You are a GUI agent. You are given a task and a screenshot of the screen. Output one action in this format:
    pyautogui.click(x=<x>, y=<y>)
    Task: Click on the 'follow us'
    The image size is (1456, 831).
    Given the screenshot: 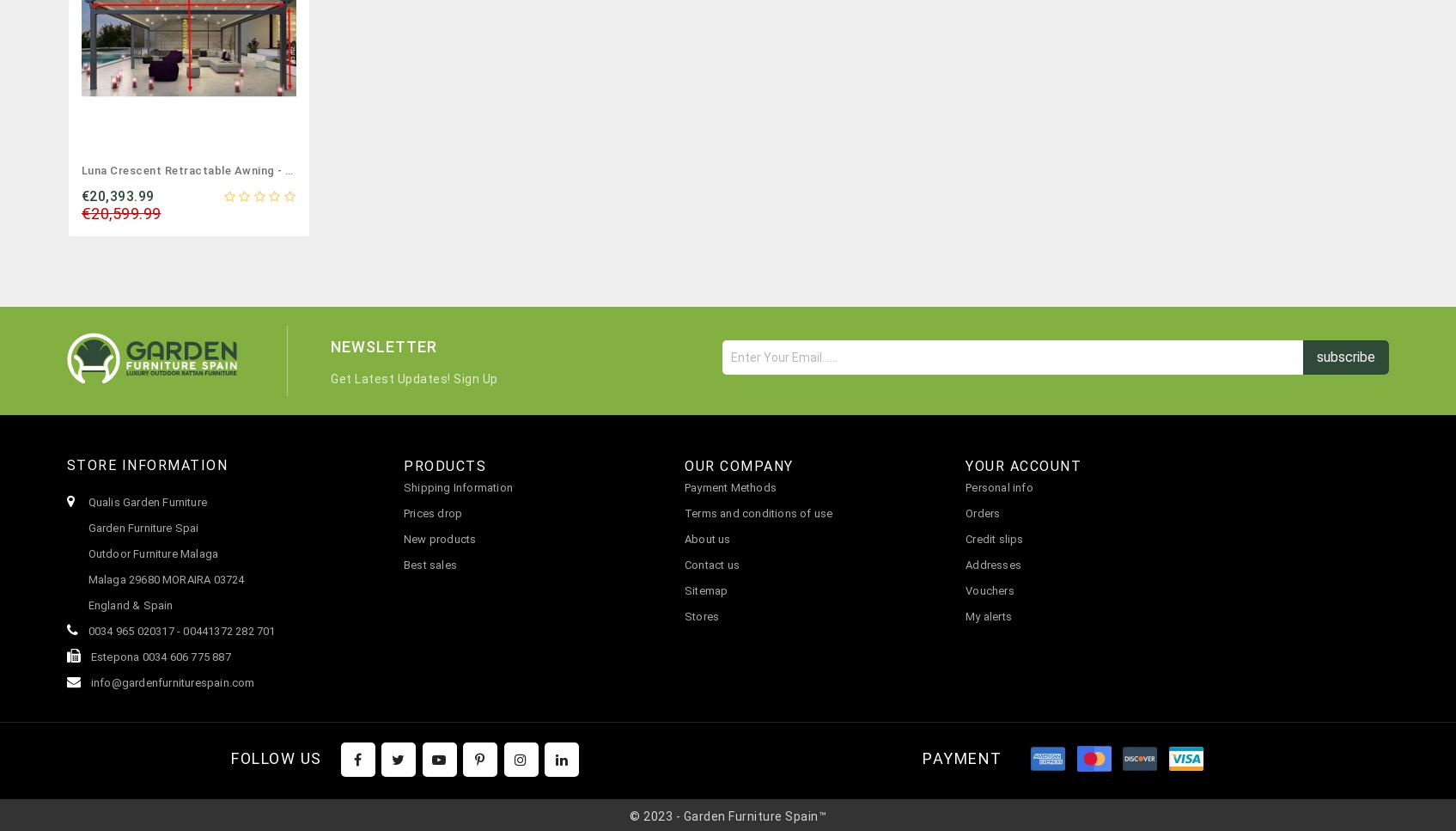 What is the action you would take?
    pyautogui.click(x=276, y=757)
    